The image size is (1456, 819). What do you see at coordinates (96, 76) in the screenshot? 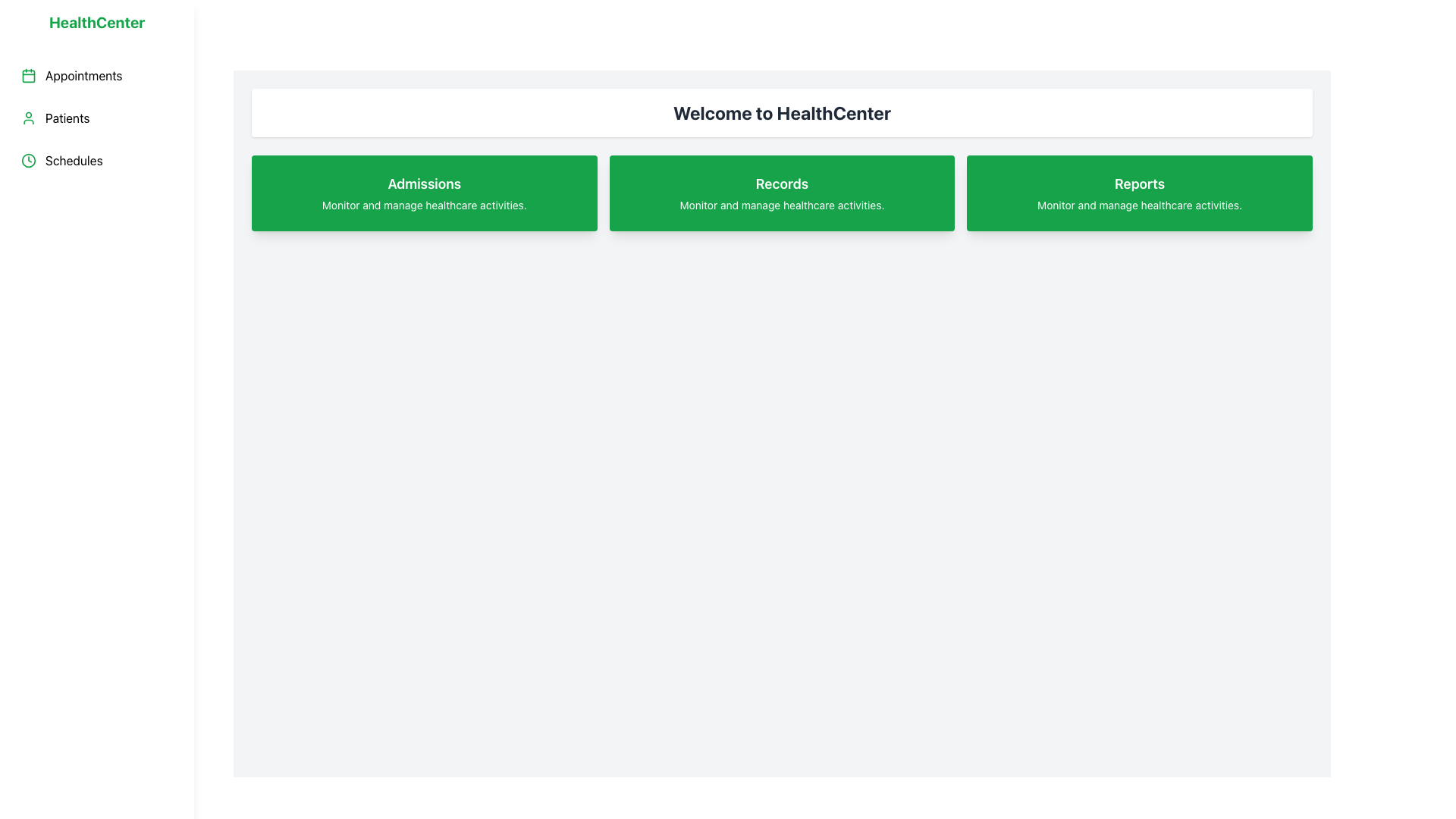
I see `the navigational menu button for appointment management located in the left sidebar, which is the first item above 'Patients' and 'Schedules'` at bounding box center [96, 76].